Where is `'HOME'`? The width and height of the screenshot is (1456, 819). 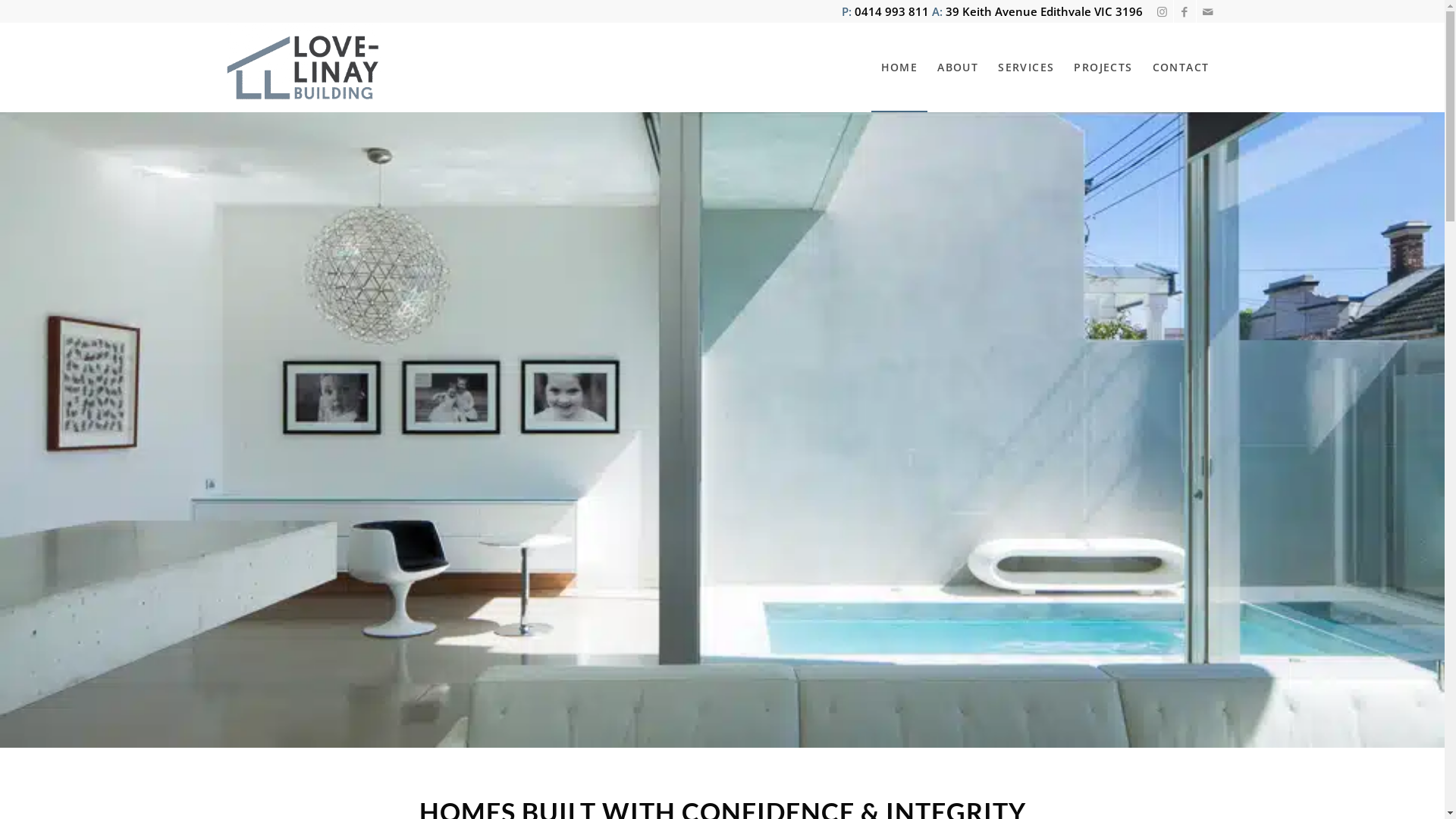
'HOME' is located at coordinates (899, 66).